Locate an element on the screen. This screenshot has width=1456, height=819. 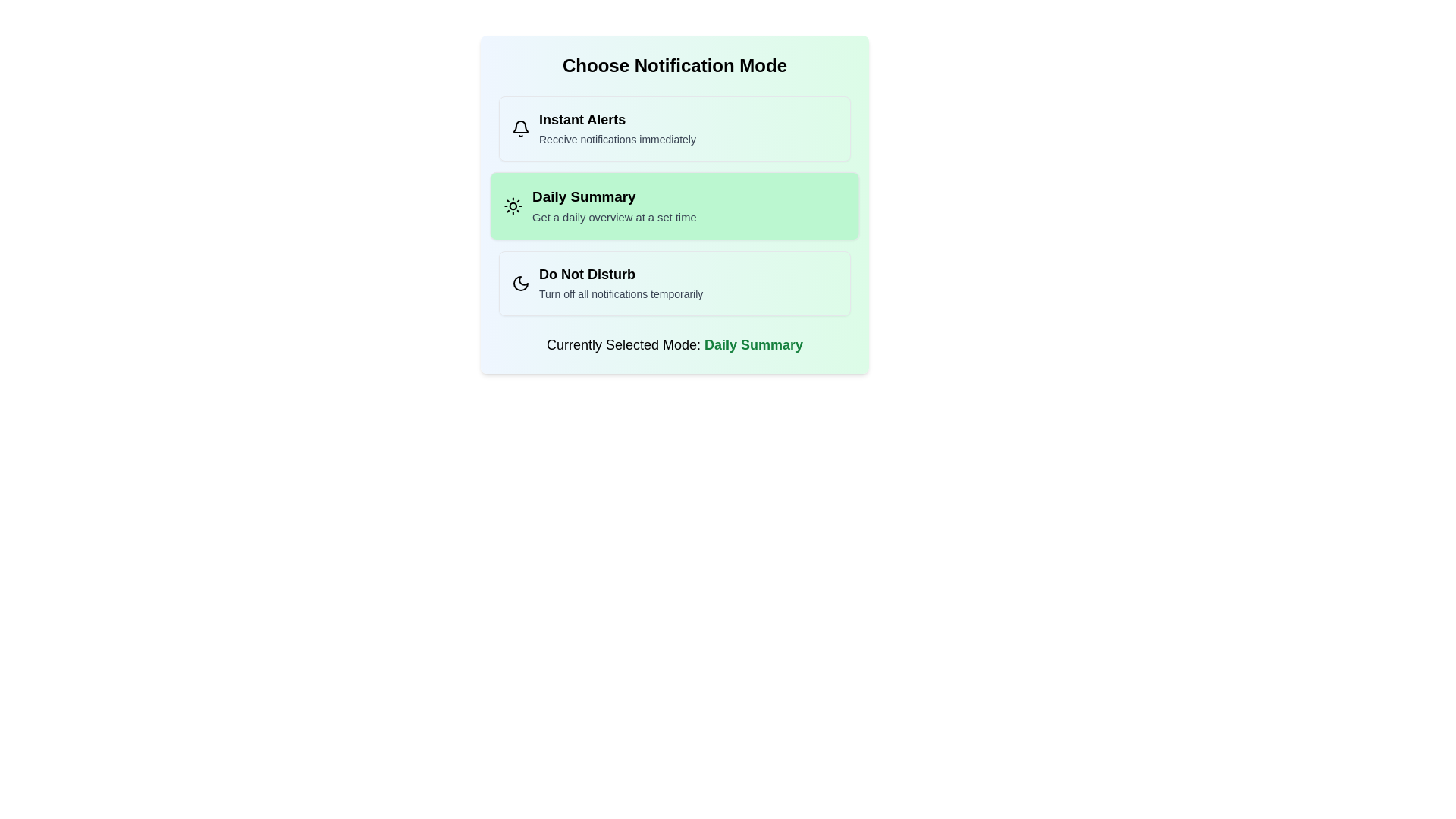
the static text that reads 'Turn off all notifications temporarily', which is located below the 'Do Not Disturb' header in the third option section of the list is located at coordinates (621, 294).